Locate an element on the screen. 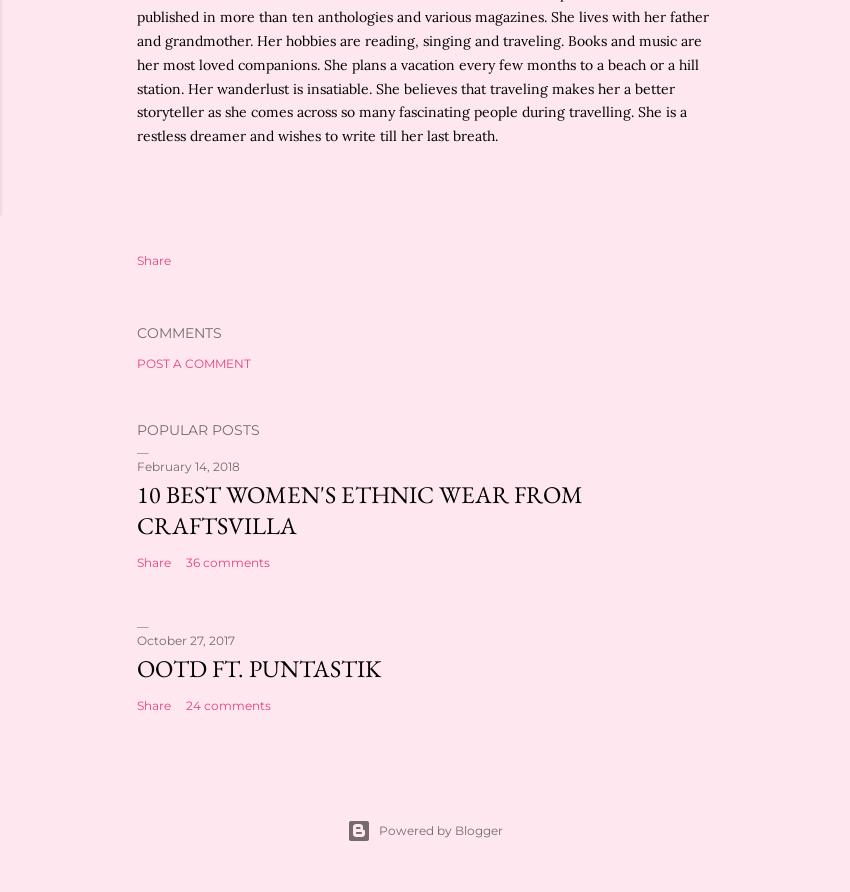 Image resolution: width=850 pixels, height=892 pixels. 'Post a Comment' is located at coordinates (192, 362).